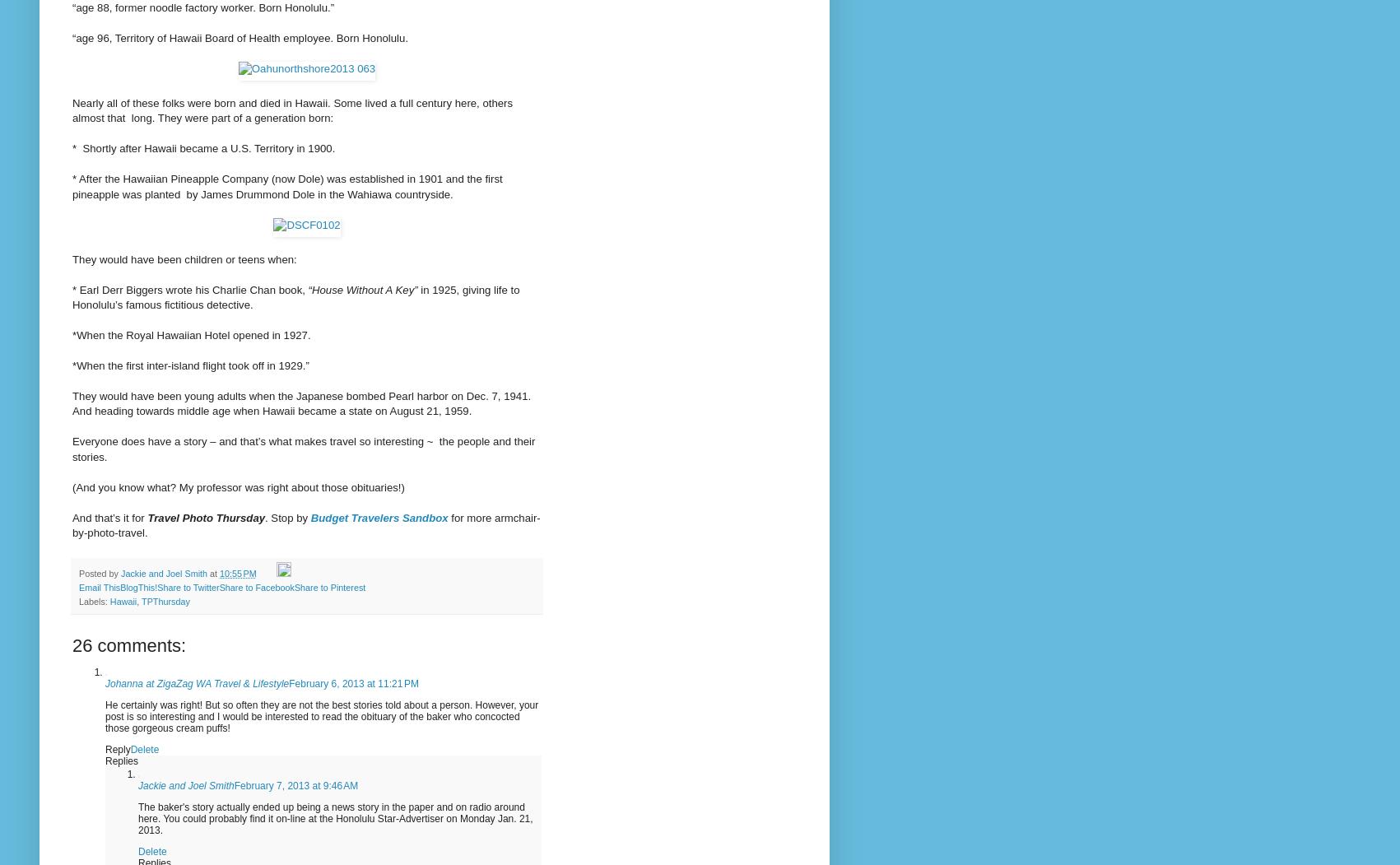 Image resolution: width=1400 pixels, height=865 pixels. Describe the element at coordinates (234, 784) in the screenshot. I see `'February 7, 2013 at 9:46 AM'` at that location.